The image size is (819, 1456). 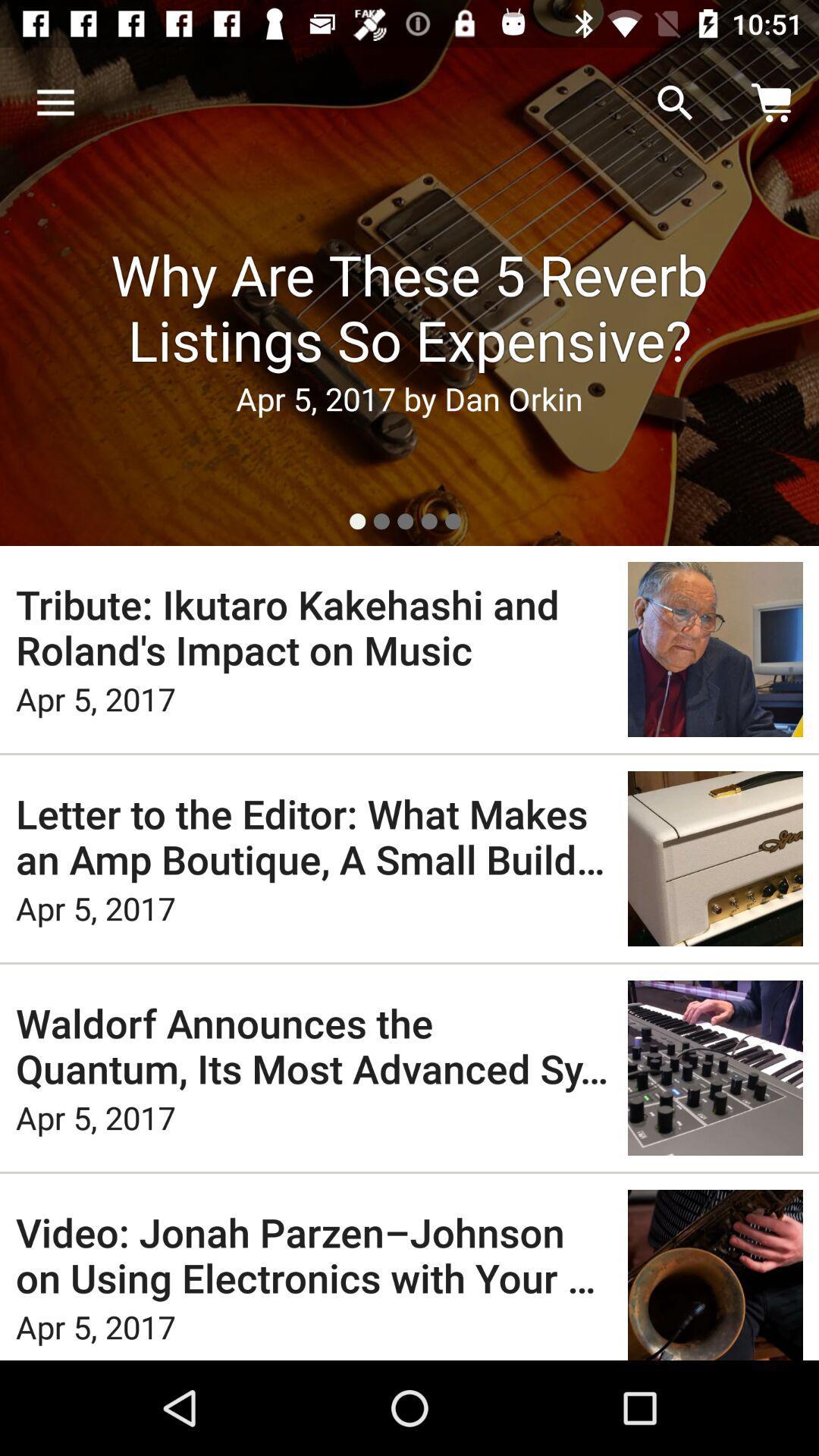 What do you see at coordinates (55, 102) in the screenshot?
I see `the icon to the left of news item` at bounding box center [55, 102].